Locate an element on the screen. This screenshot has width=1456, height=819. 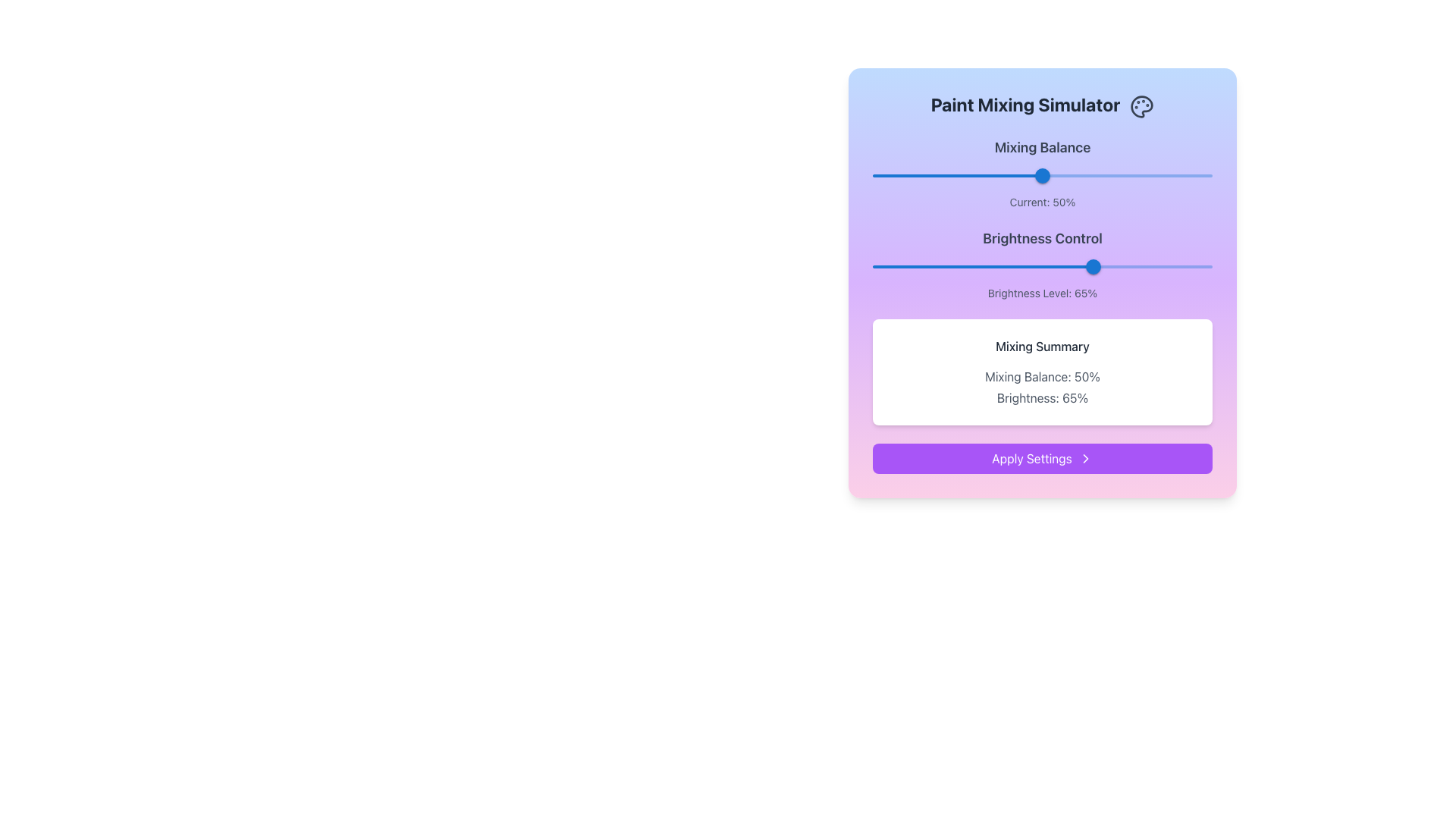
the Mixing Balance slider is located at coordinates (960, 174).